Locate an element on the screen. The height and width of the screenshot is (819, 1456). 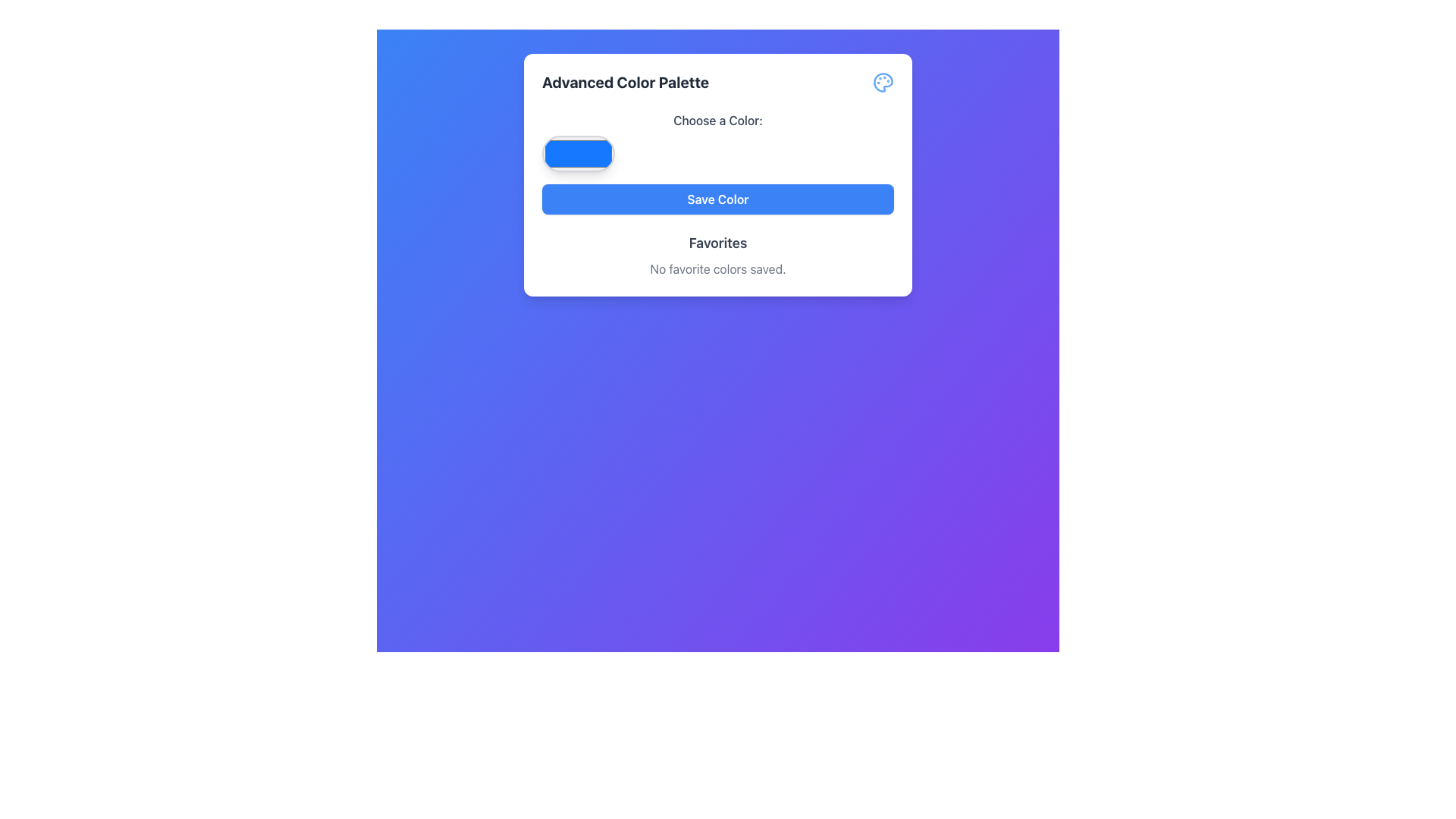
the Text Label that provides instructions for the color selection box, which is positioned above the color picker in the card layout is located at coordinates (717, 119).